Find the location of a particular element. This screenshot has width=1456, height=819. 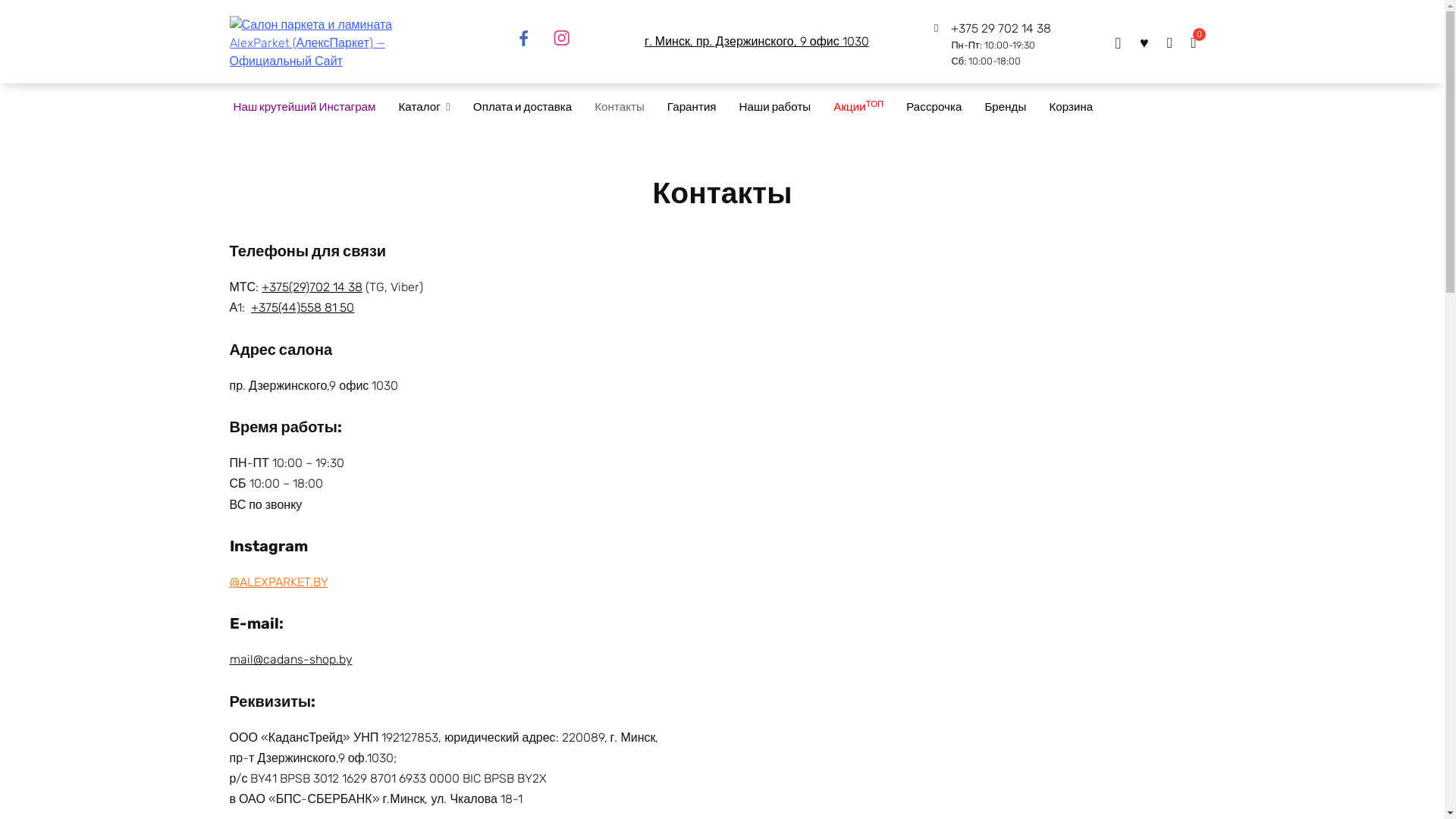

'@ALEXPARKET.BY' is located at coordinates (278, 581).